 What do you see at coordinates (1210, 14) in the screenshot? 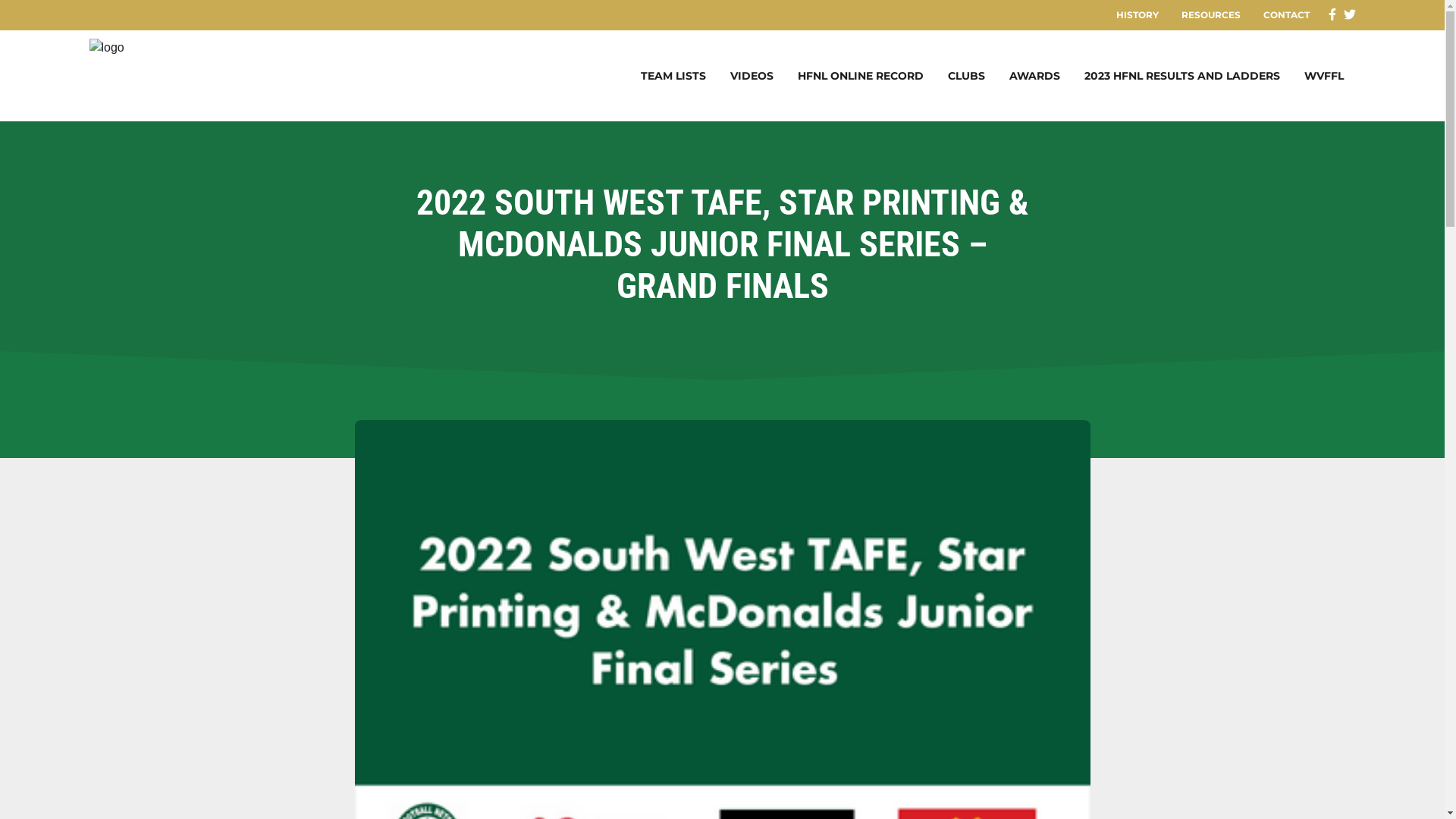
I see `'RESOURCES'` at bounding box center [1210, 14].